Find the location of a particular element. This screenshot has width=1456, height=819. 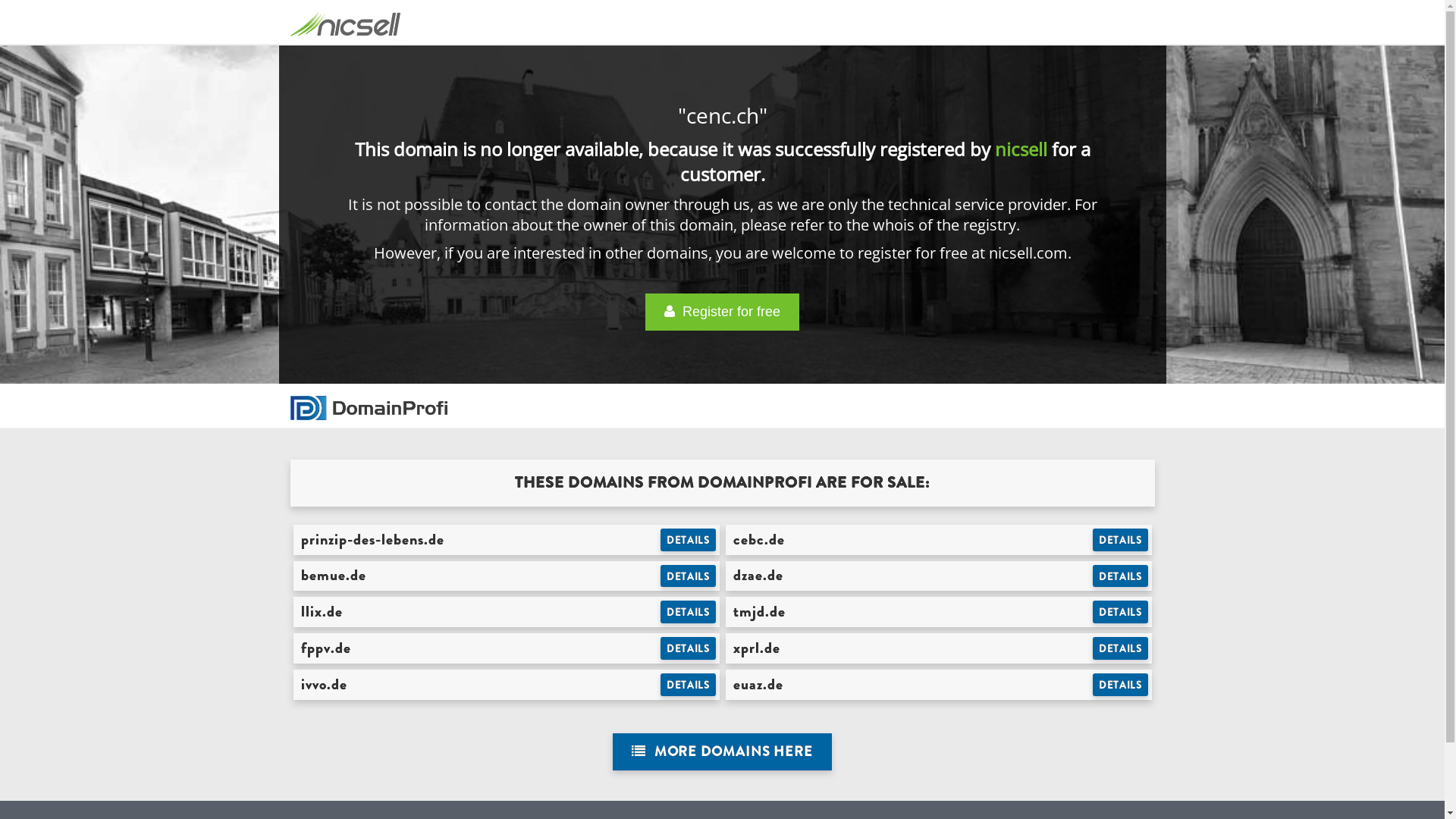

'DETAILS' is located at coordinates (1092, 539).